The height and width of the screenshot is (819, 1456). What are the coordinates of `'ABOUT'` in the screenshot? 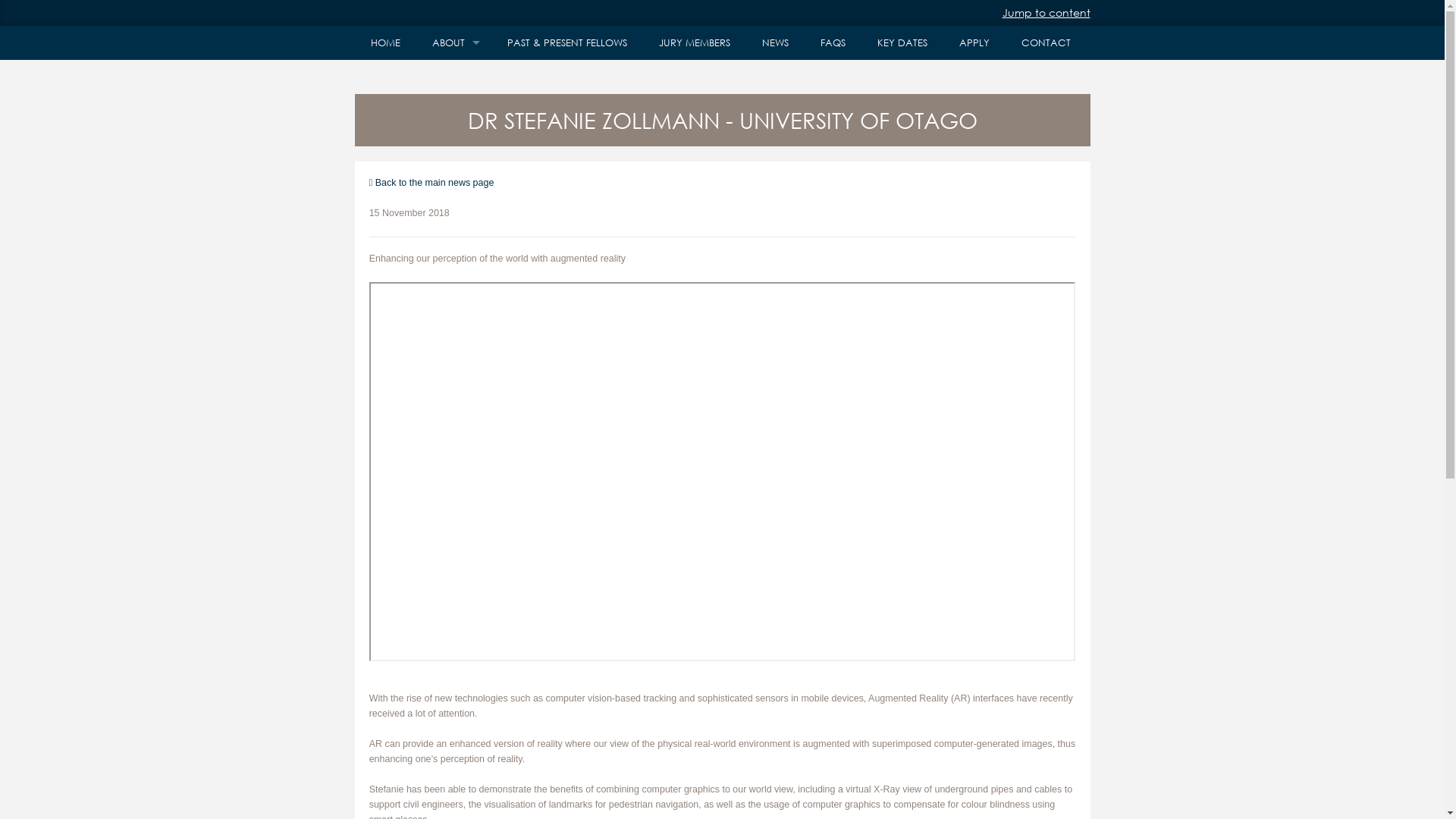 It's located at (452, 42).